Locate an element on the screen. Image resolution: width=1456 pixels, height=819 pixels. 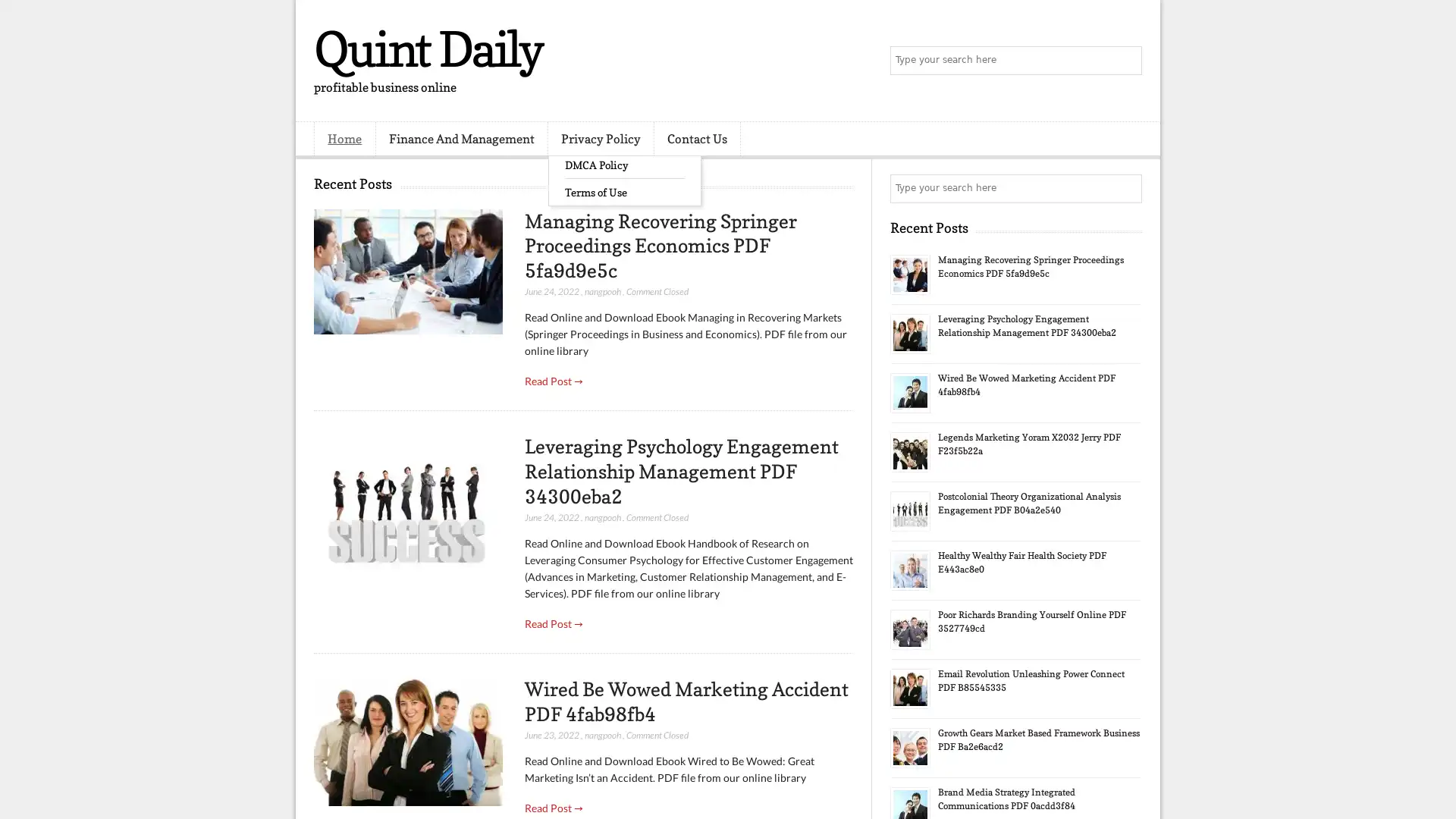
Search is located at coordinates (1126, 188).